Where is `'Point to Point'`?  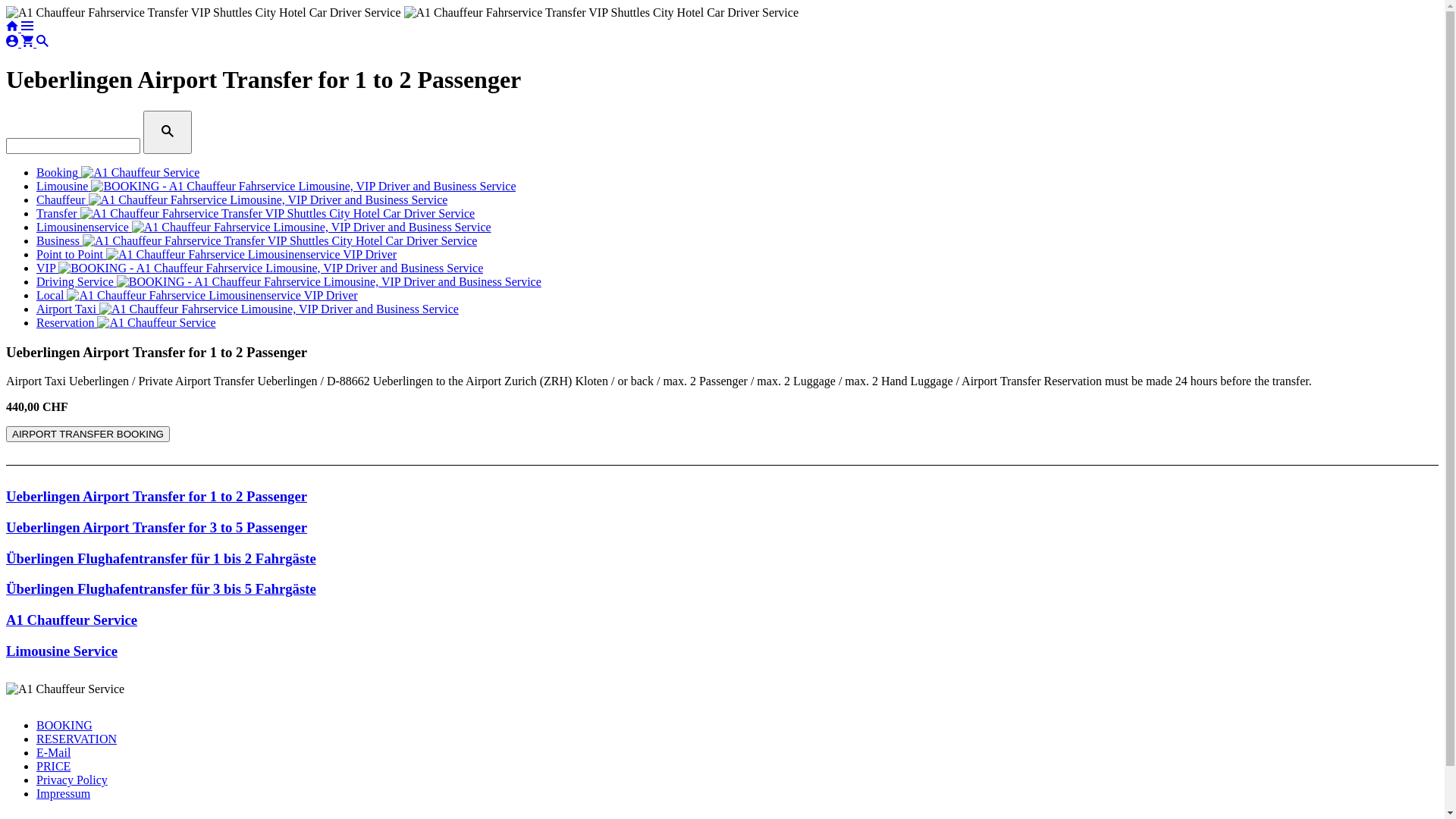
'Point to Point' is located at coordinates (215, 253).